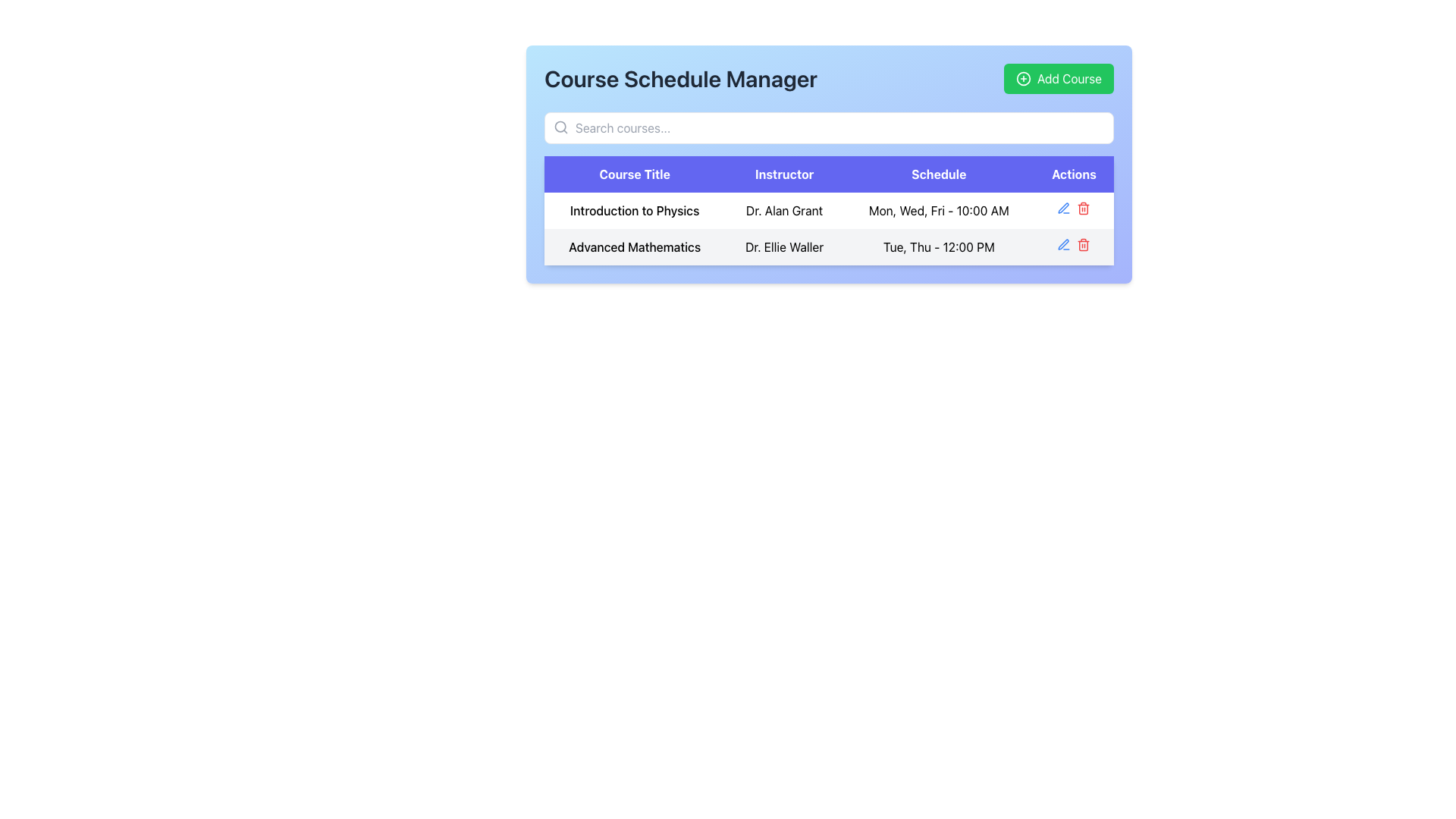 This screenshot has width=1456, height=819. I want to click on the leftmost column header labeled 'Course Titles' in the table, so click(635, 174).